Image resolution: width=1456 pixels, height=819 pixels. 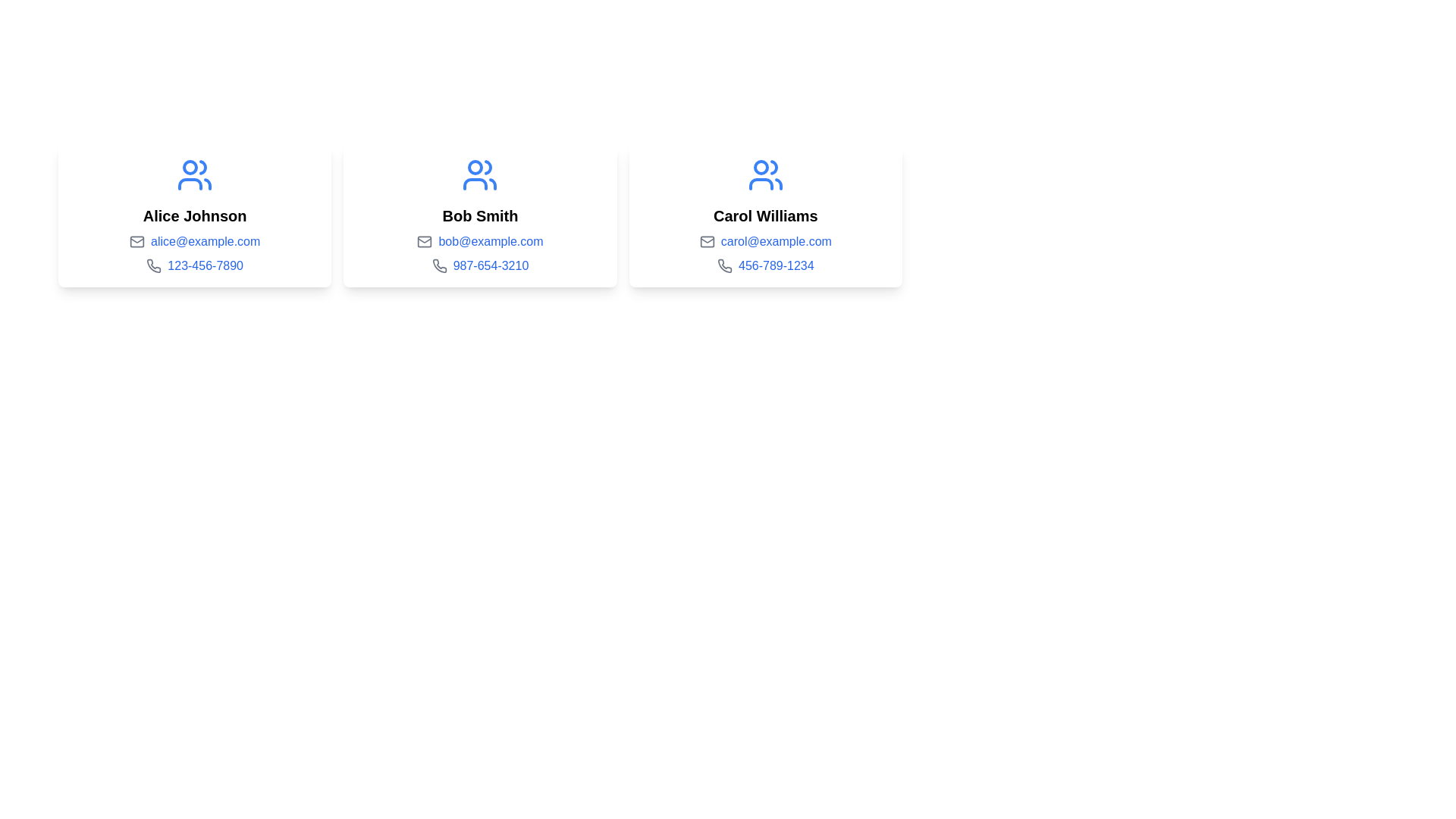 What do you see at coordinates (194, 216) in the screenshot?
I see `text label displaying 'Alice Johnson' prominently in the card layout, positioned below the user icon and above the email and phone number` at bounding box center [194, 216].